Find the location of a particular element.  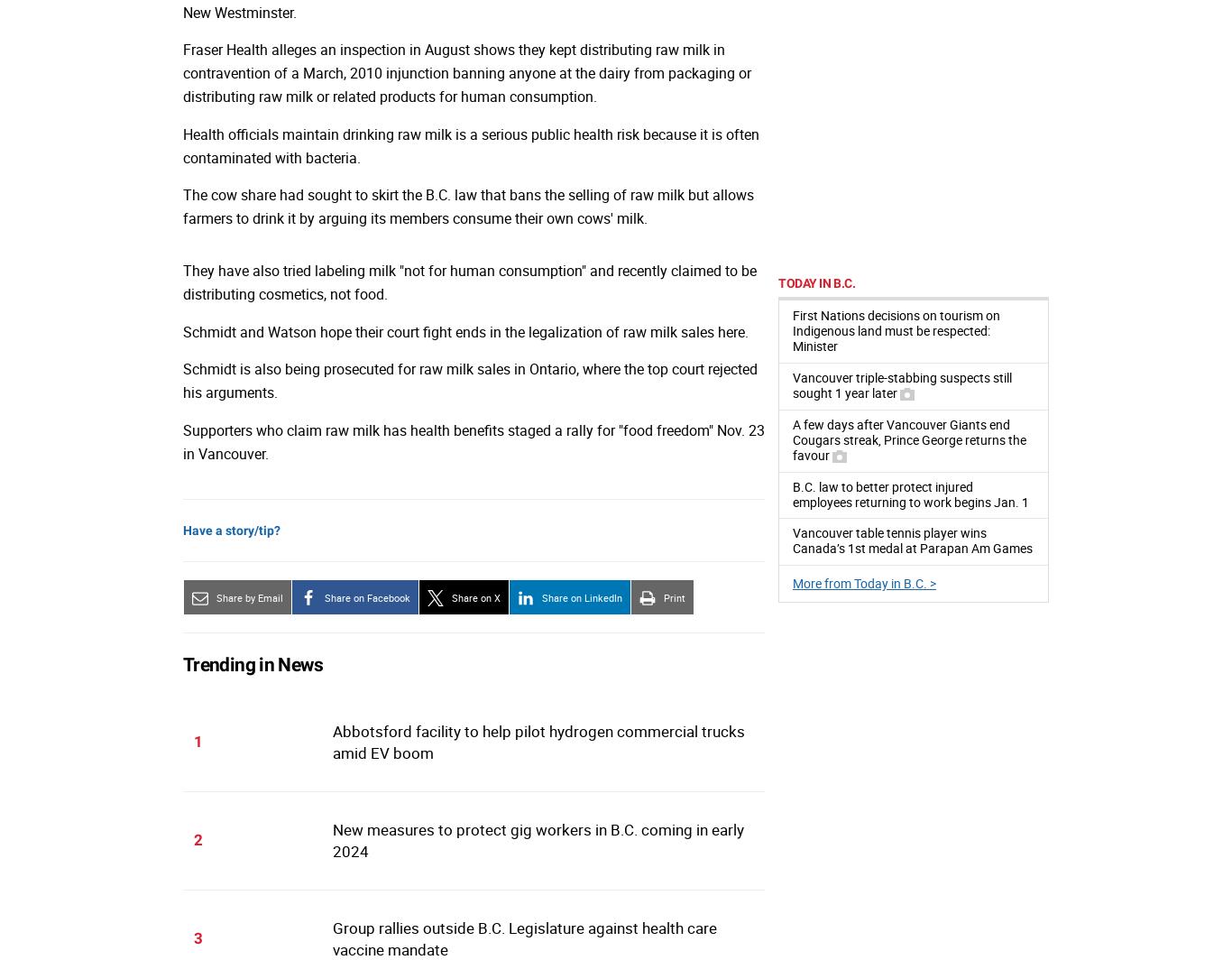

'Share by Email' is located at coordinates (250, 596).